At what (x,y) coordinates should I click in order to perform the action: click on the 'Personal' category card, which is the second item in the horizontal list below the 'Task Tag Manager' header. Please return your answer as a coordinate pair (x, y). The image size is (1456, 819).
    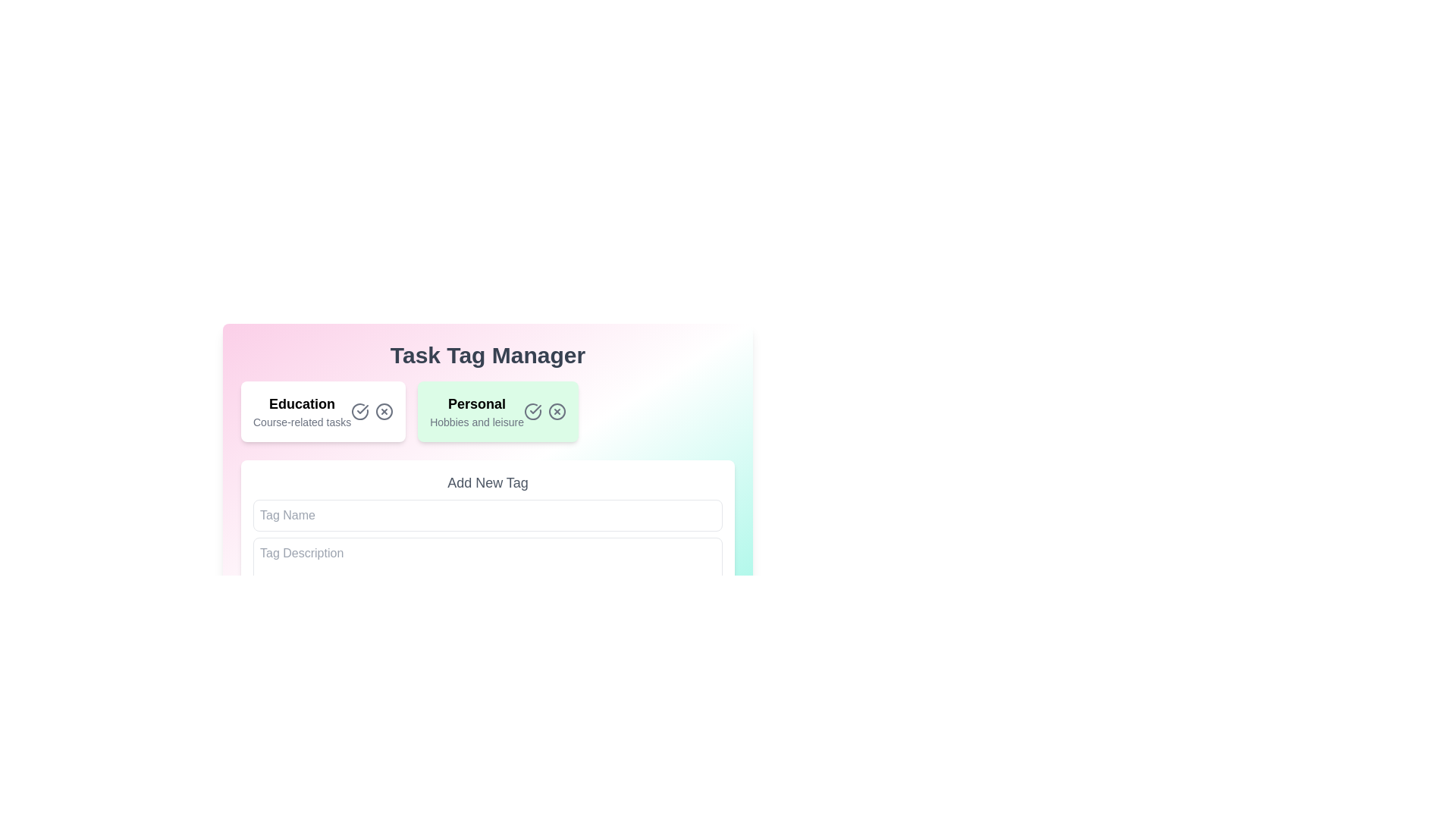
    Looking at the image, I should click on (488, 441).